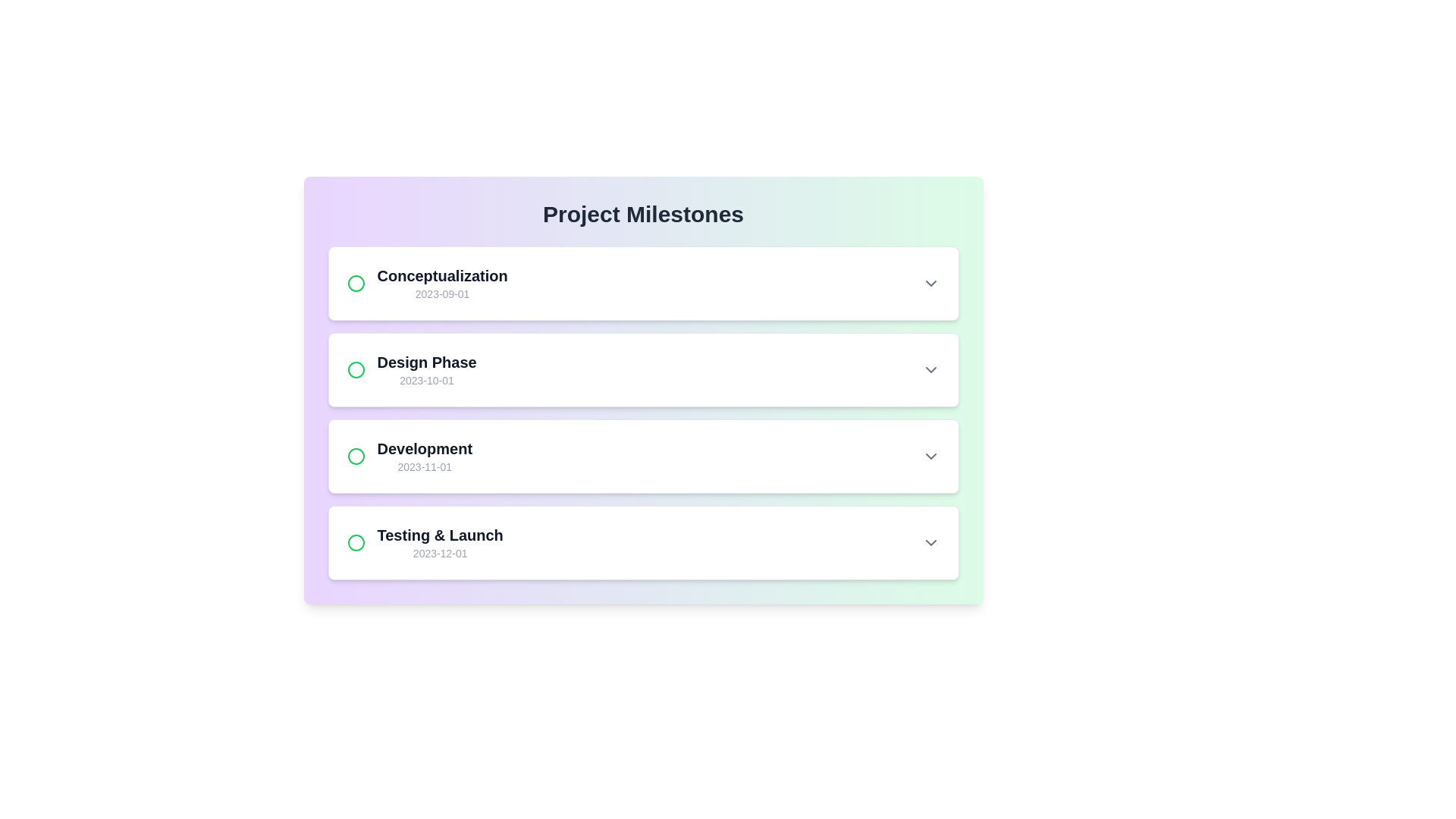  Describe the element at coordinates (426, 379) in the screenshot. I see `the Text Label displaying the date '2023-10-01', which is styled in a smaller font size and gray color, located directly below the 'Design Phase' text` at that location.